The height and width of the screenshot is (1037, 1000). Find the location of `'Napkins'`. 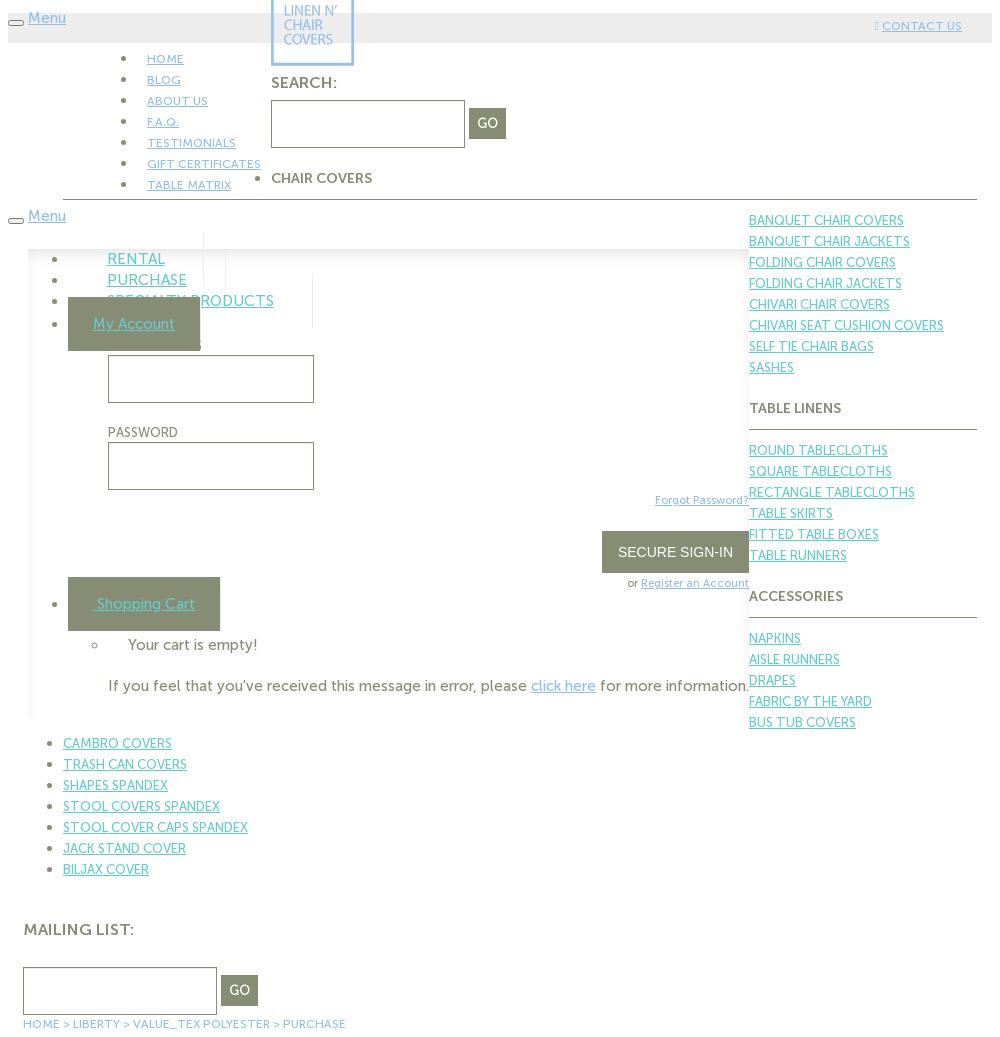

'Napkins' is located at coordinates (748, 638).